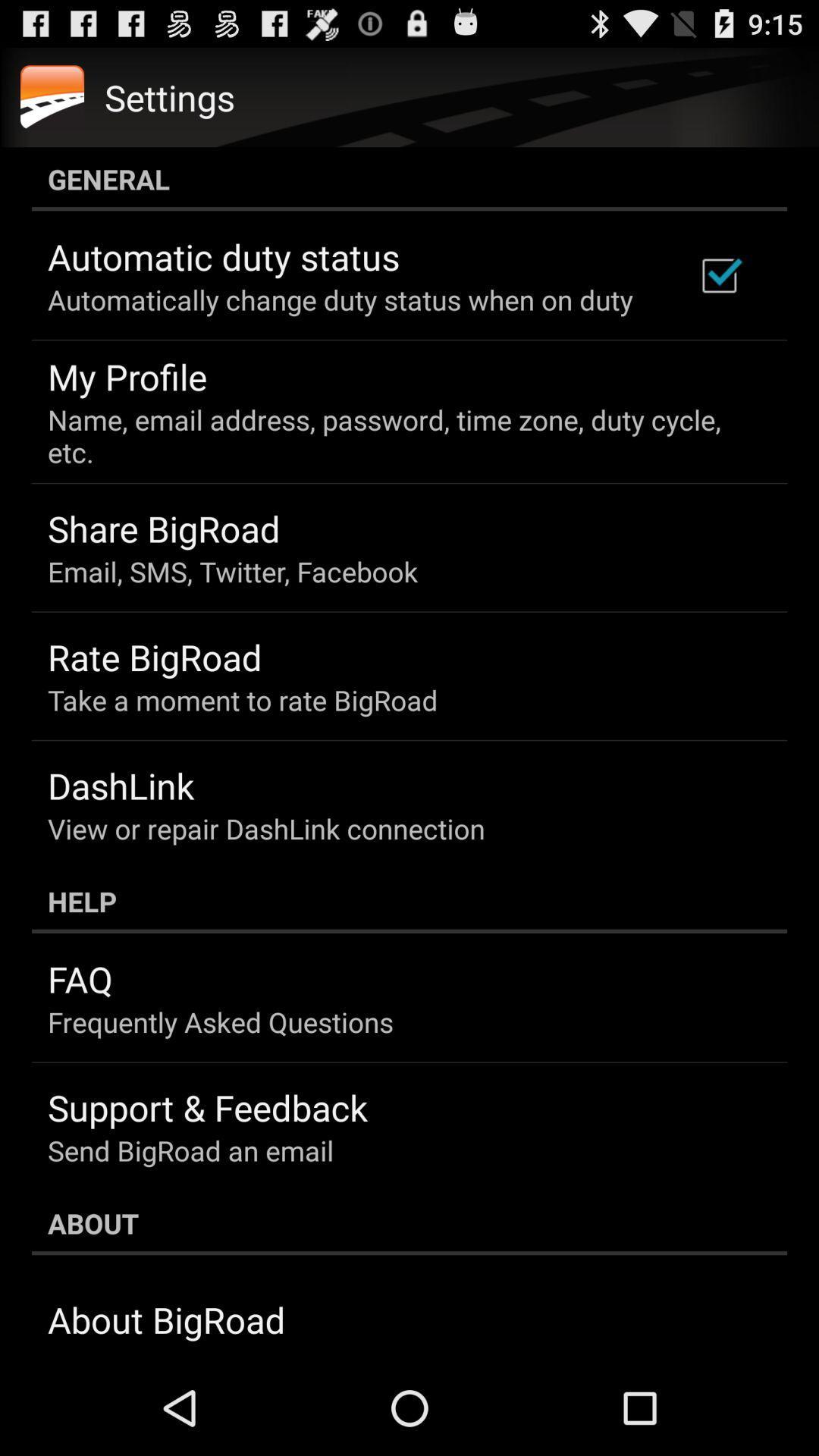 Image resolution: width=819 pixels, height=1456 pixels. I want to click on the send bigroad an, so click(190, 1150).